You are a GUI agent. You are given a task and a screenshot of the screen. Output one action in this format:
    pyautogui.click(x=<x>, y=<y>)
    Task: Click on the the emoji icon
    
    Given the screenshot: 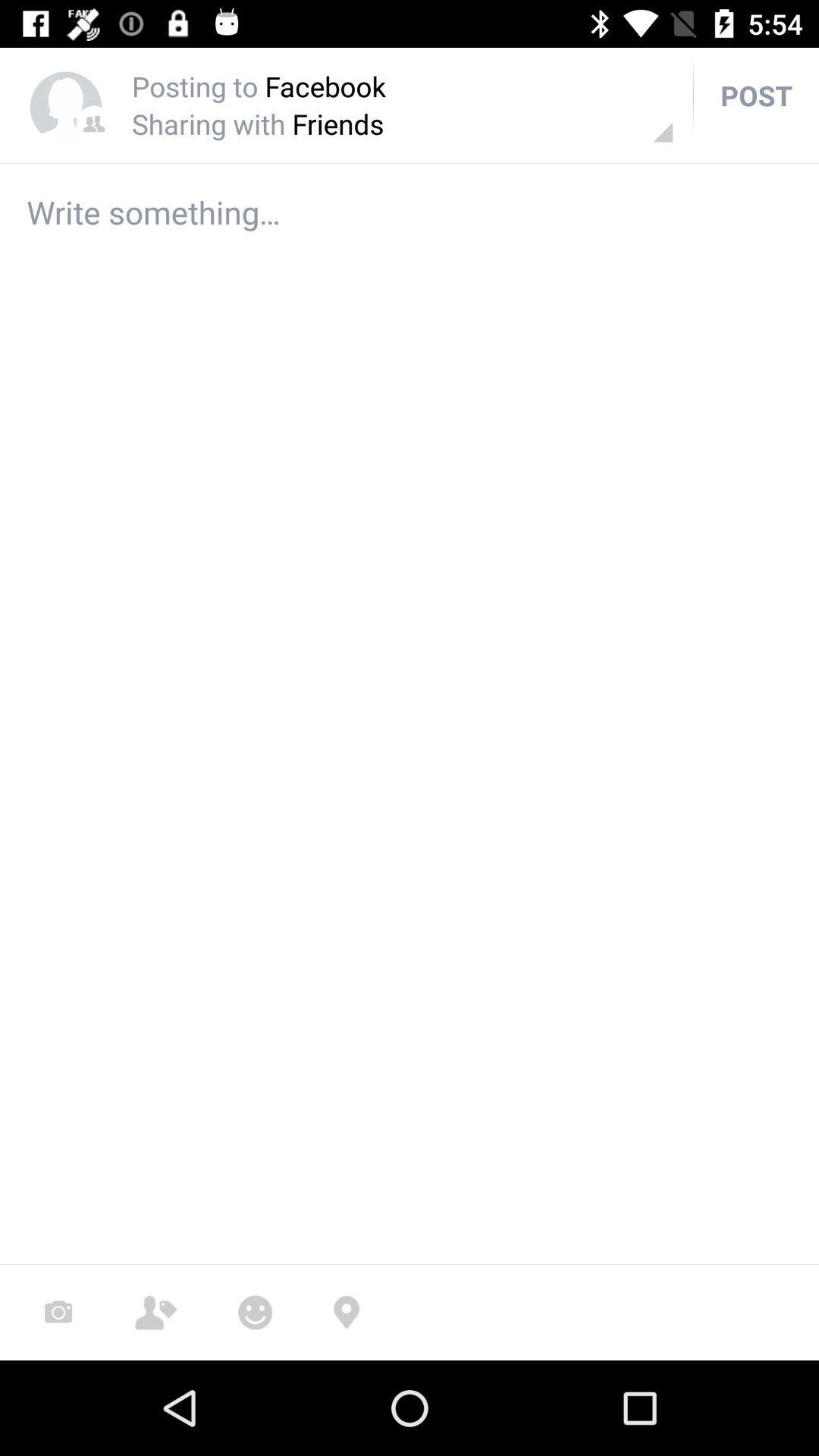 What is the action you would take?
    pyautogui.click(x=254, y=1312)
    